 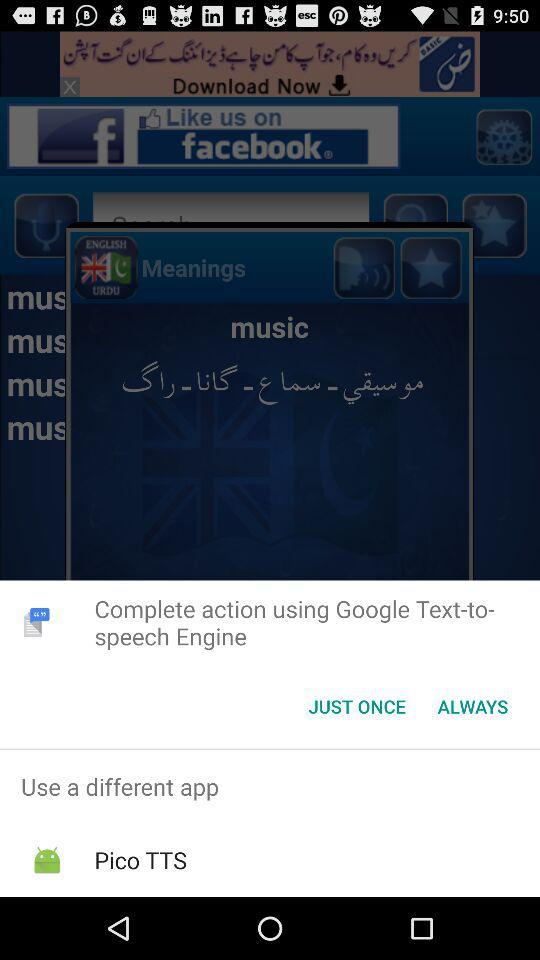 I want to click on the button to the left of the always, so click(x=356, y=706).